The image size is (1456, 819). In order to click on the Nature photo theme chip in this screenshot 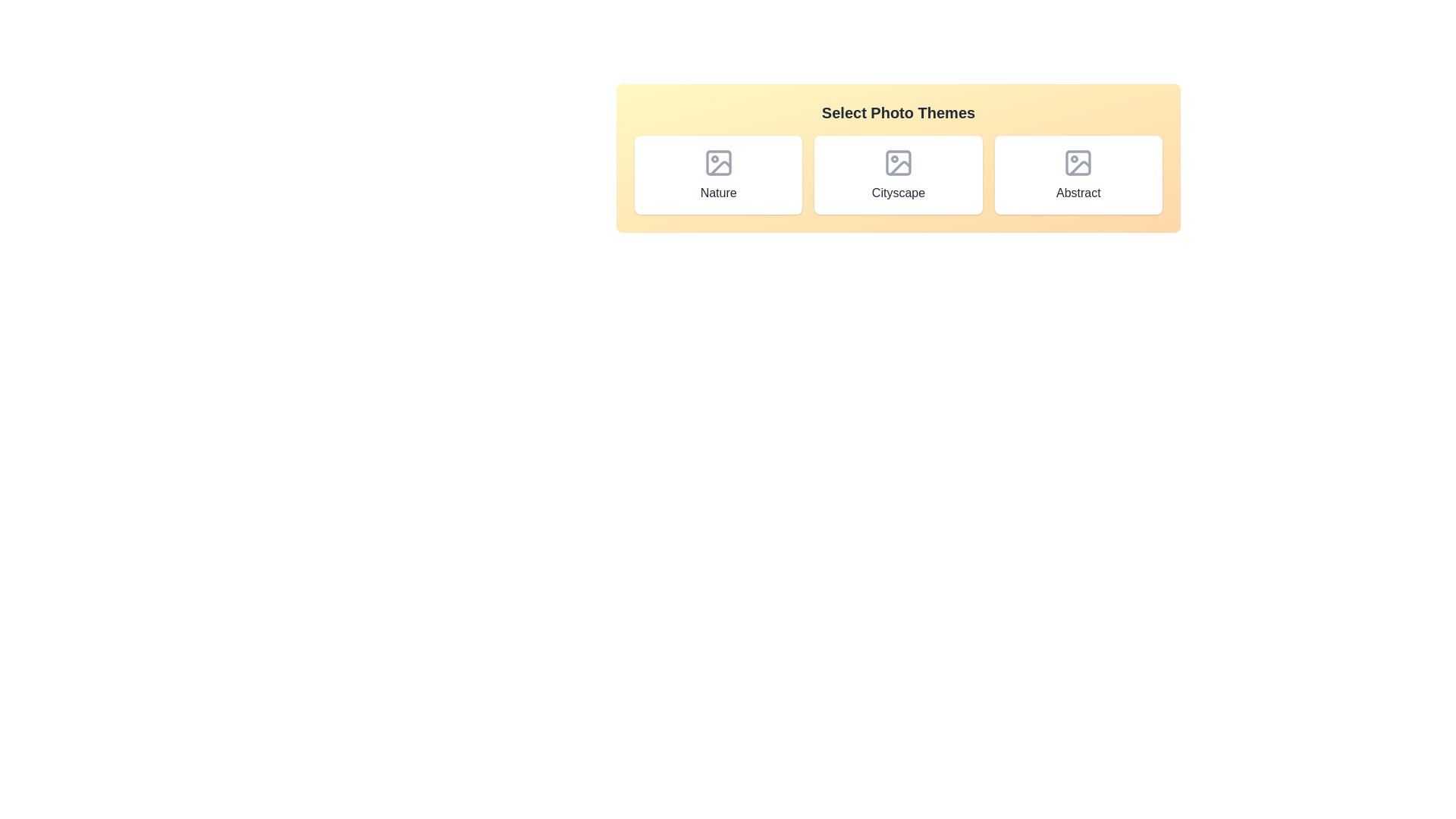, I will do `click(717, 174)`.